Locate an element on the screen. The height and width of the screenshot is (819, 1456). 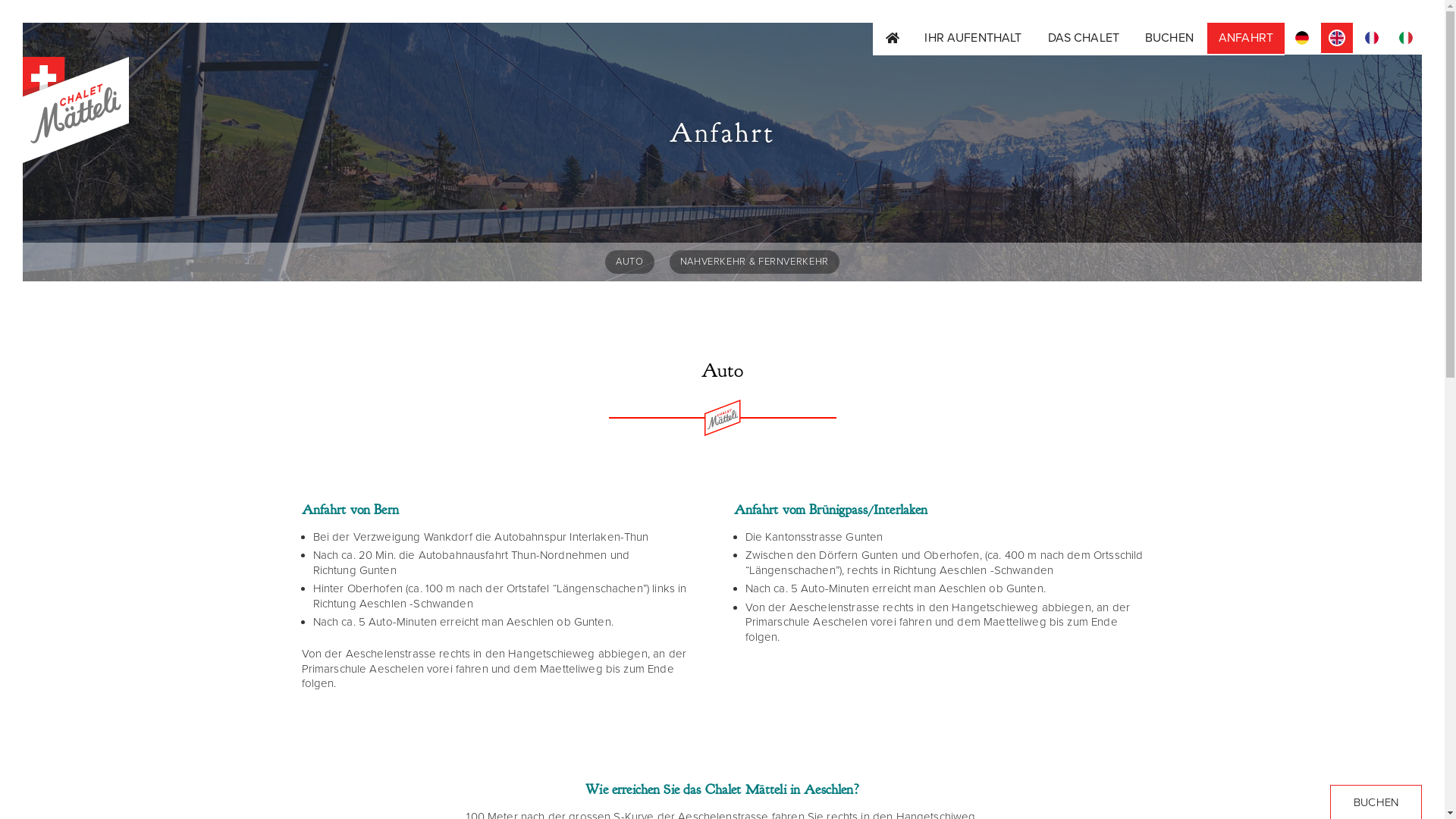
'DAS CHALET' is located at coordinates (1083, 38).